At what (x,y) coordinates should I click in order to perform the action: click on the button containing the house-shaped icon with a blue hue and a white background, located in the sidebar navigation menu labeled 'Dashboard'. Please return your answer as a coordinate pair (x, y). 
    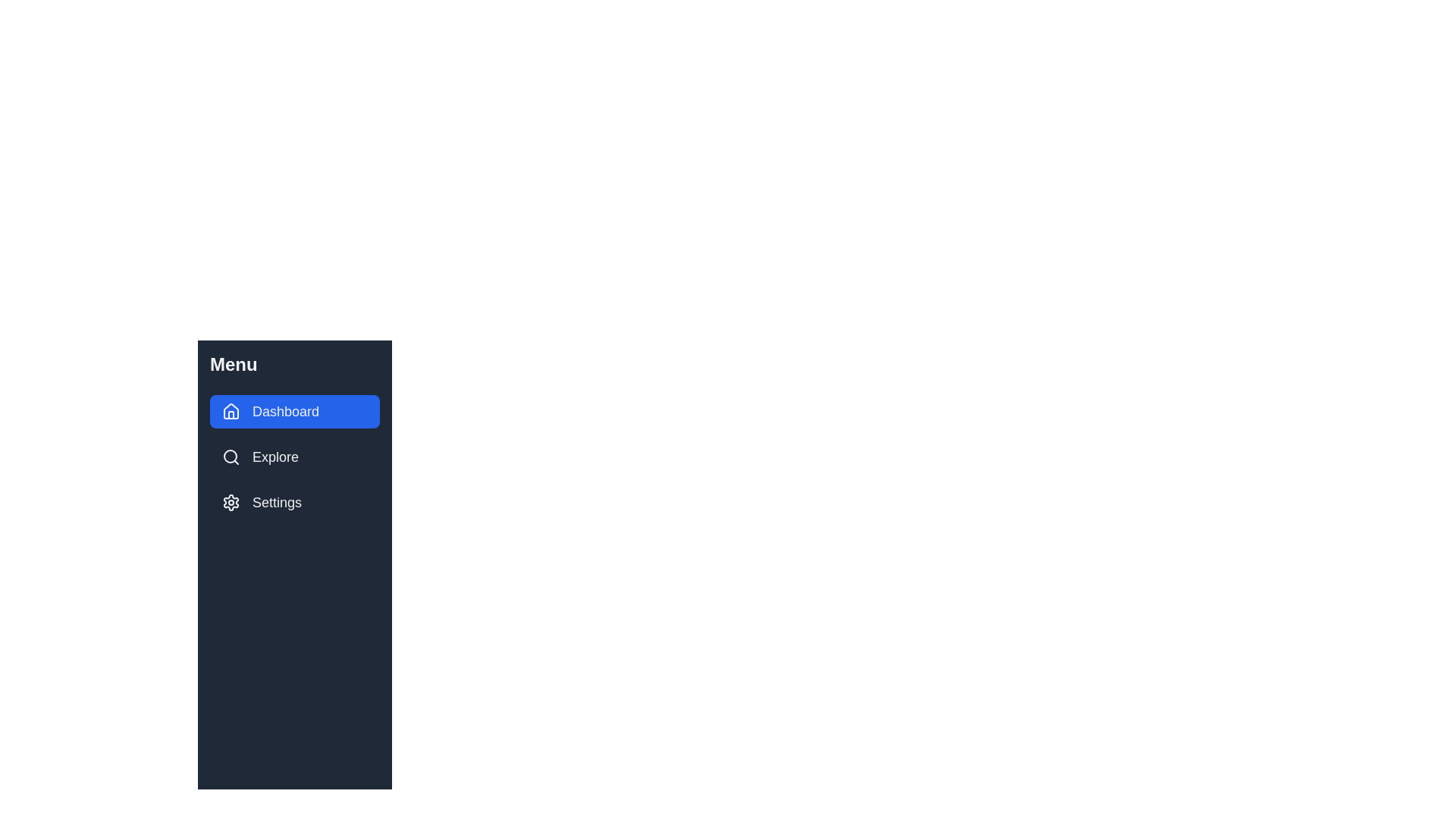
    Looking at the image, I should click on (231, 411).